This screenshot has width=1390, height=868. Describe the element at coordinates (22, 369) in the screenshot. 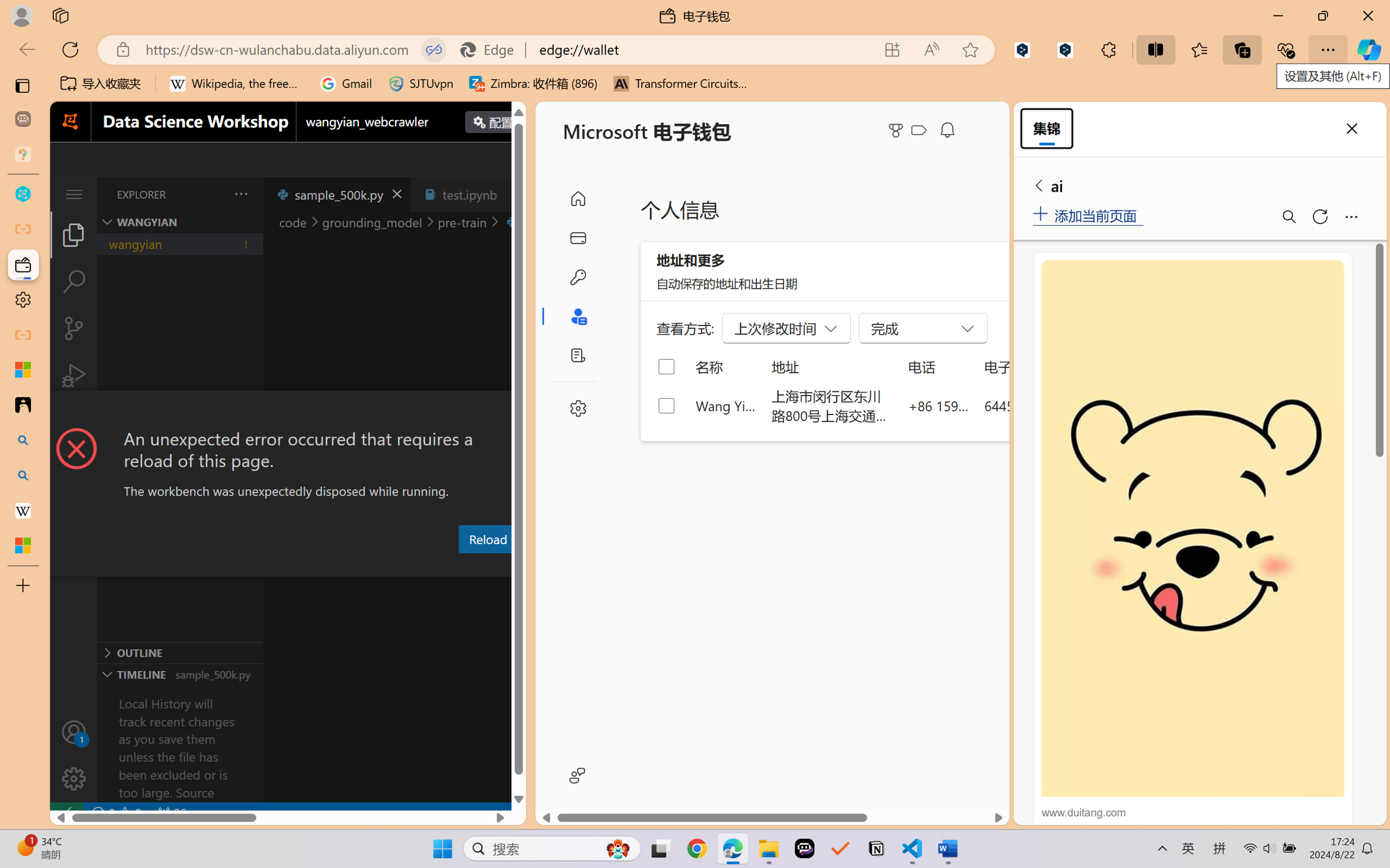

I see `'Microsoft security help and learning'` at that location.